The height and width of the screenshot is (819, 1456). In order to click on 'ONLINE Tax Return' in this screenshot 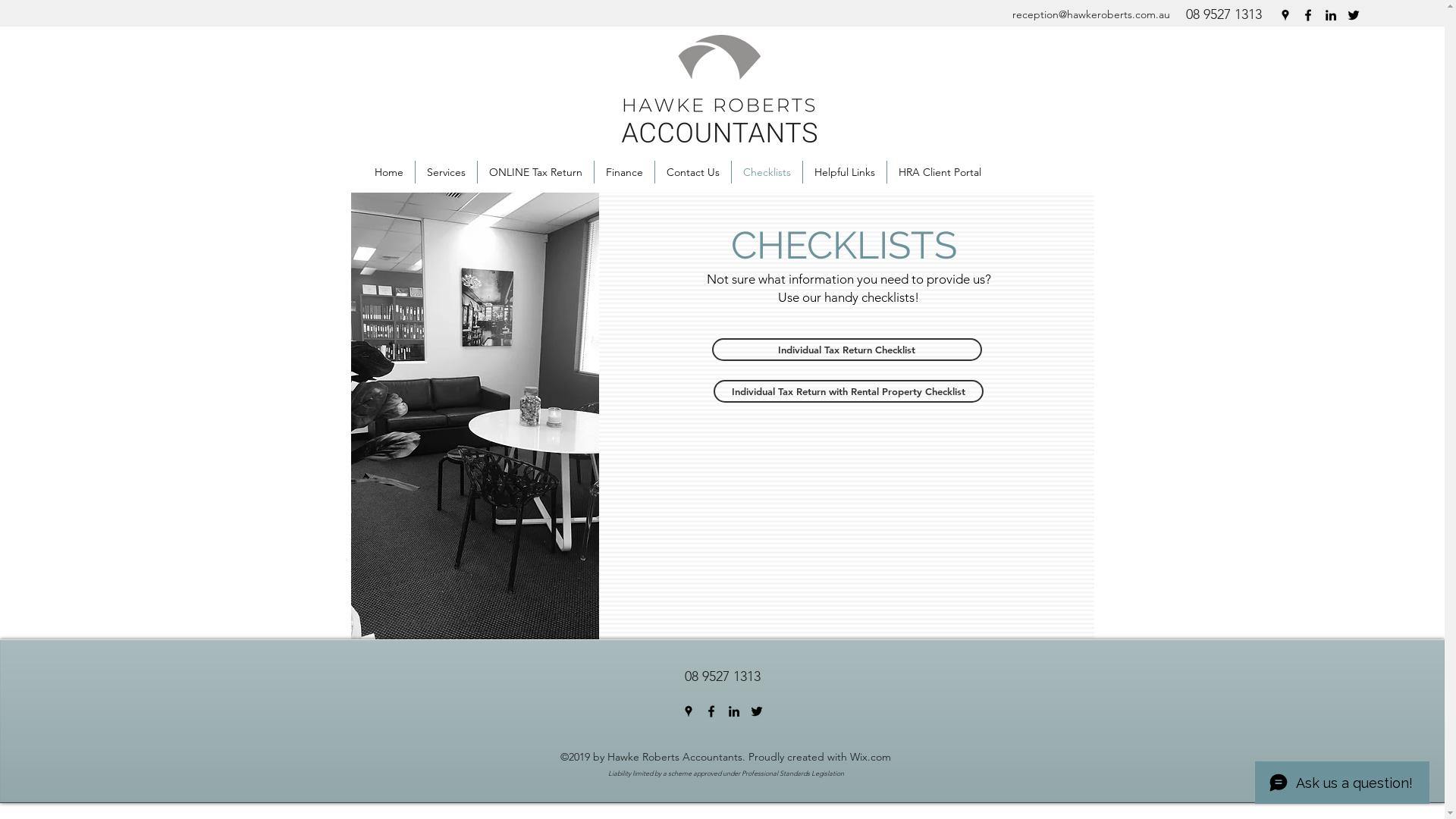, I will do `click(535, 171)`.